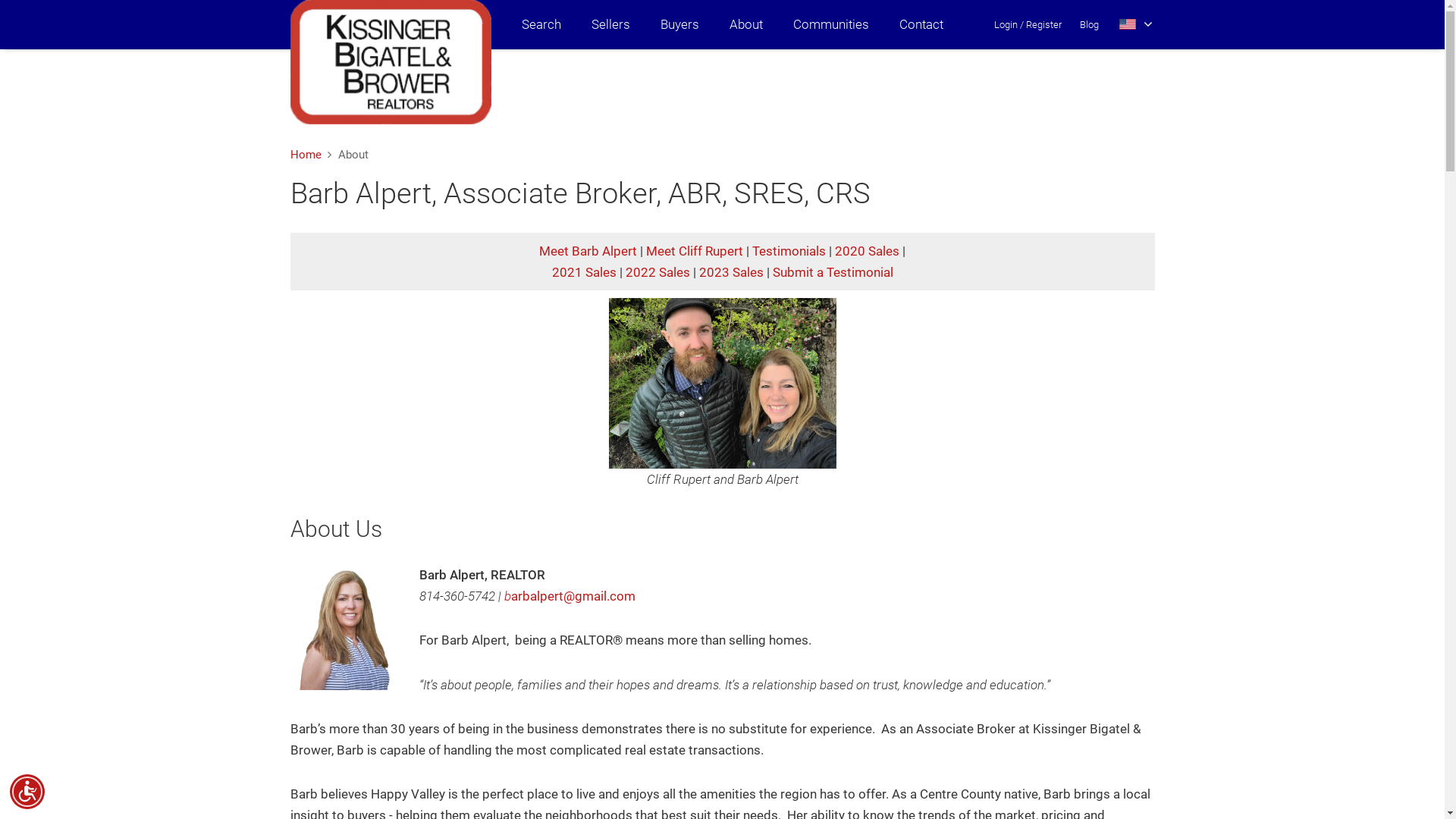 This screenshot has height=819, width=1456. Describe the element at coordinates (698, 271) in the screenshot. I see `'2023 Sales'` at that location.